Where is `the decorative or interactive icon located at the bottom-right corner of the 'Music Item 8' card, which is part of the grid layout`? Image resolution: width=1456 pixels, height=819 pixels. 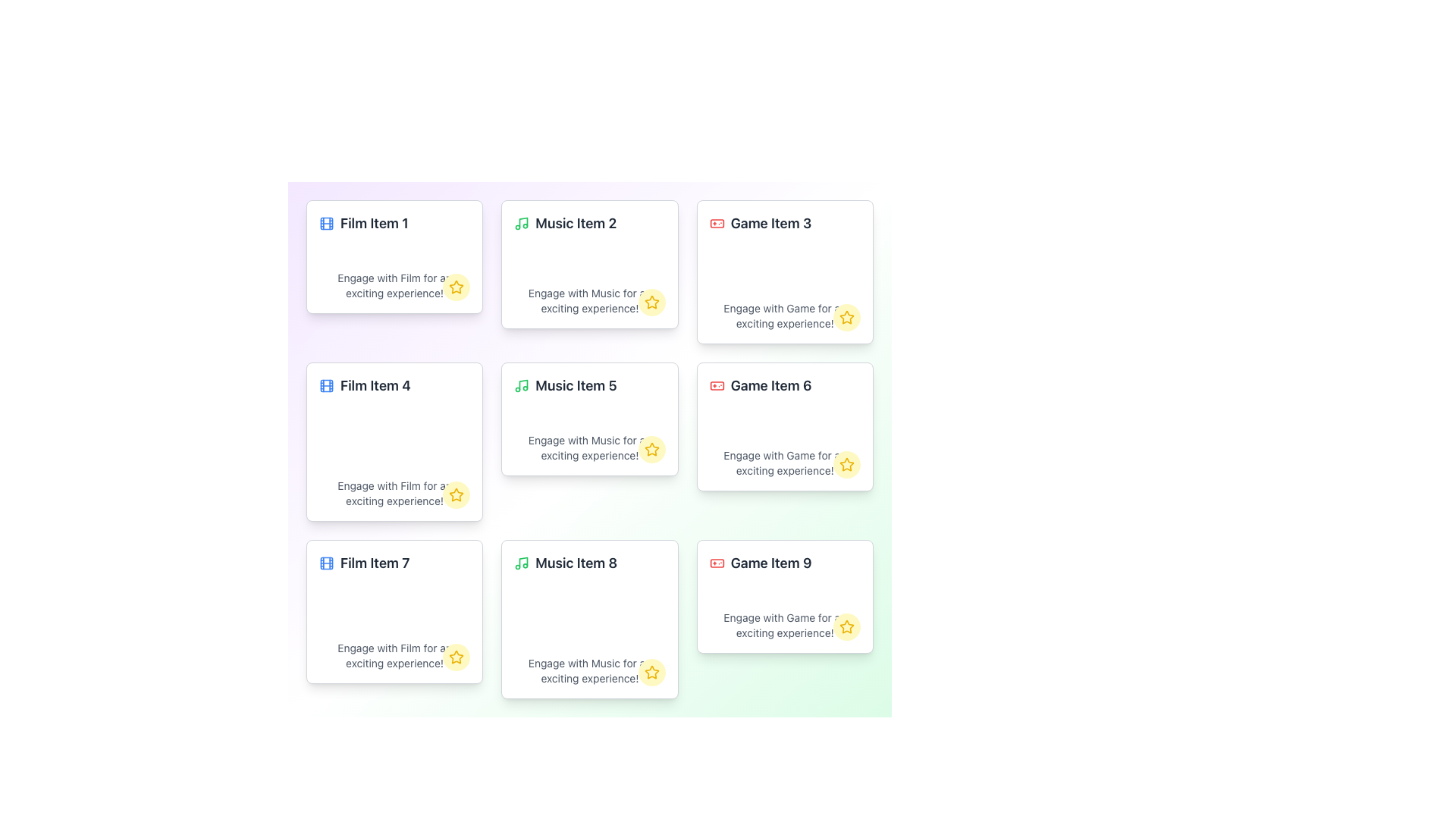 the decorative or interactive icon located at the bottom-right corner of the 'Music Item 8' card, which is part of the grid layout is located at coordinates (651, 672).